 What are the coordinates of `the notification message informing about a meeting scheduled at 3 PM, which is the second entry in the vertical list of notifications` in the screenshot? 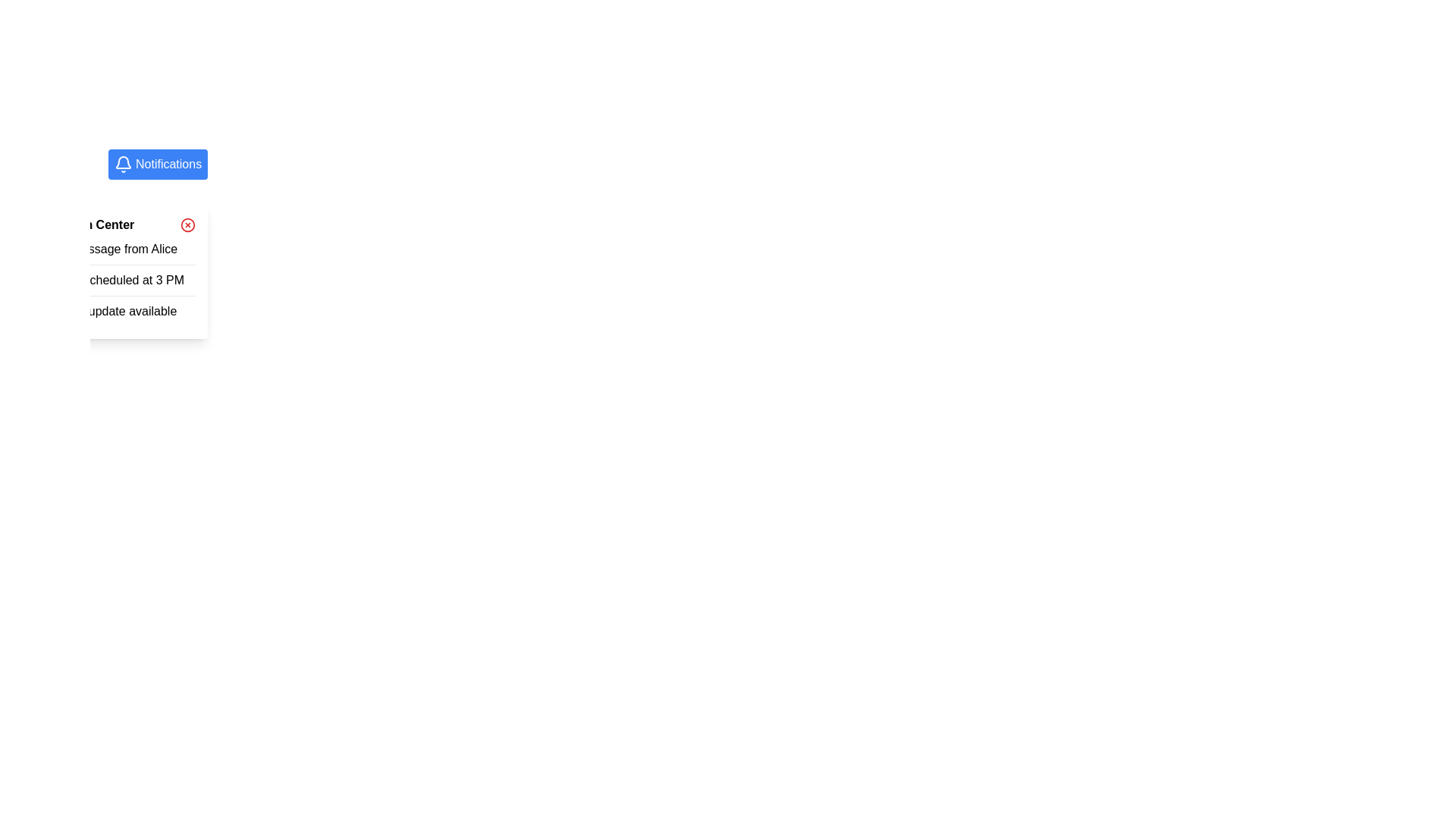 It's located at (110, 280).